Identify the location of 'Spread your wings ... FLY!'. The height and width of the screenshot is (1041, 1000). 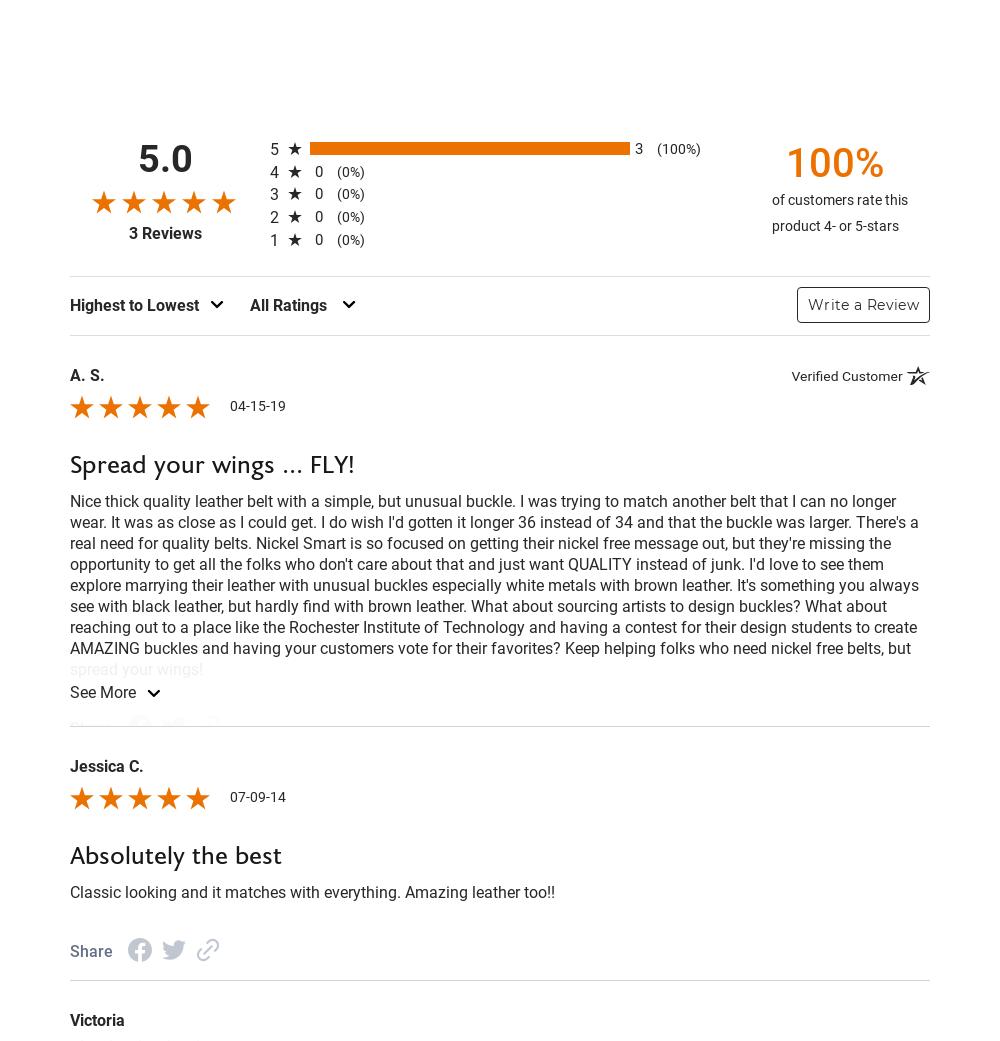
(211, 463).